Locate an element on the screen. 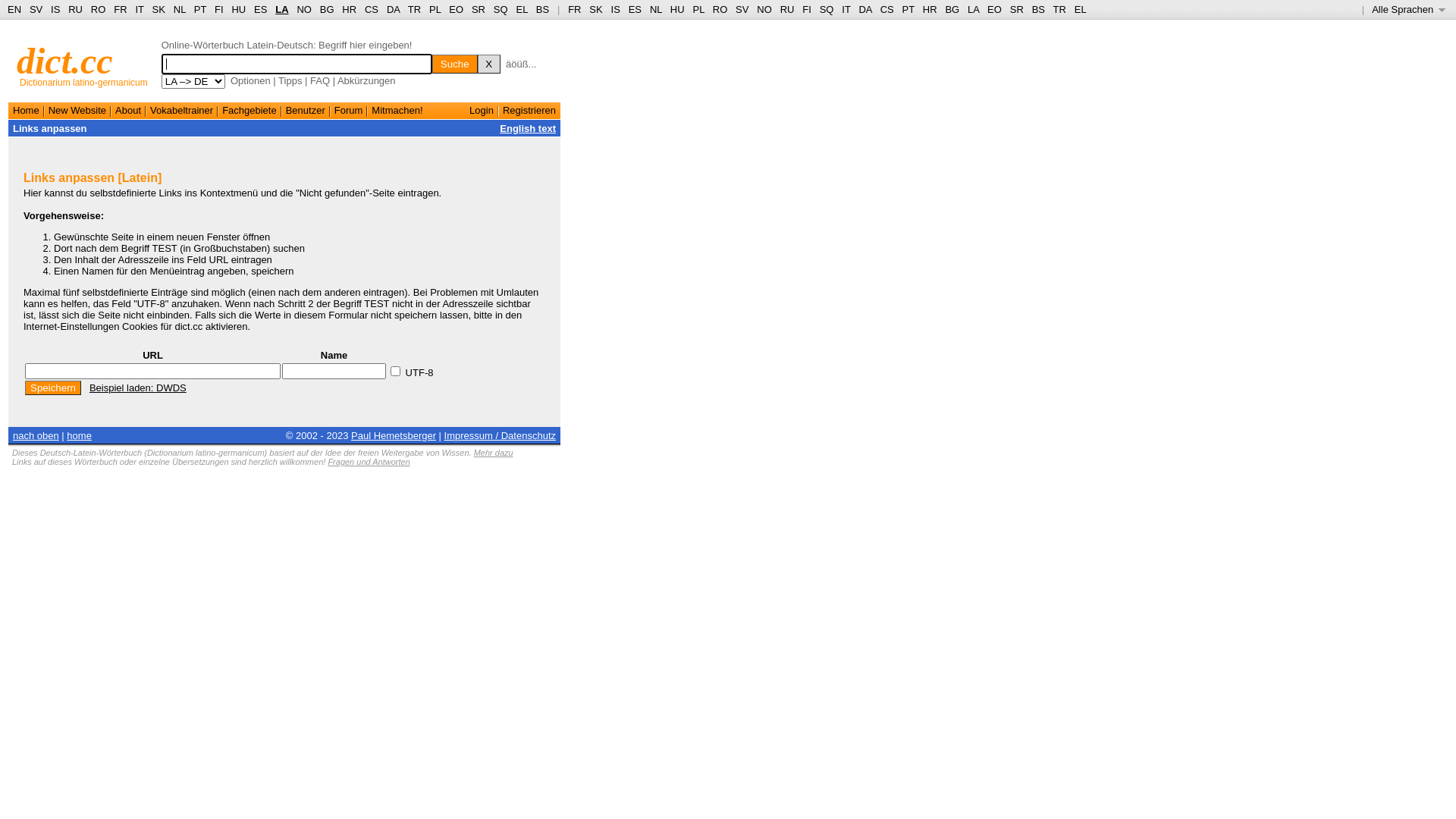 The height and width of the screenshot is (819, 1456). 'home' is located at coordinates (65, 435).